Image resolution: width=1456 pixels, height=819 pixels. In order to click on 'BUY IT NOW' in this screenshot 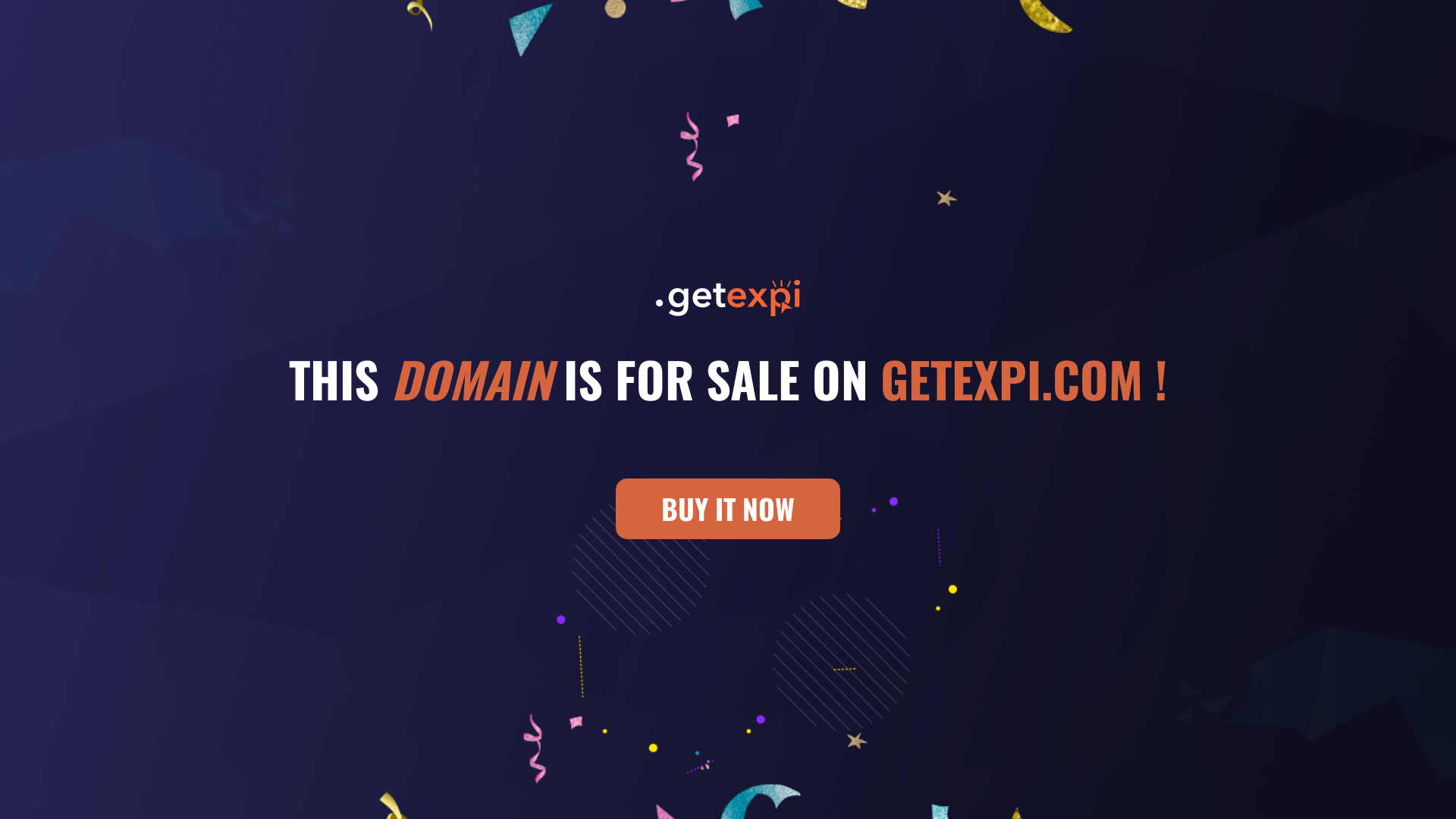, I will do `click(728, 514)`.